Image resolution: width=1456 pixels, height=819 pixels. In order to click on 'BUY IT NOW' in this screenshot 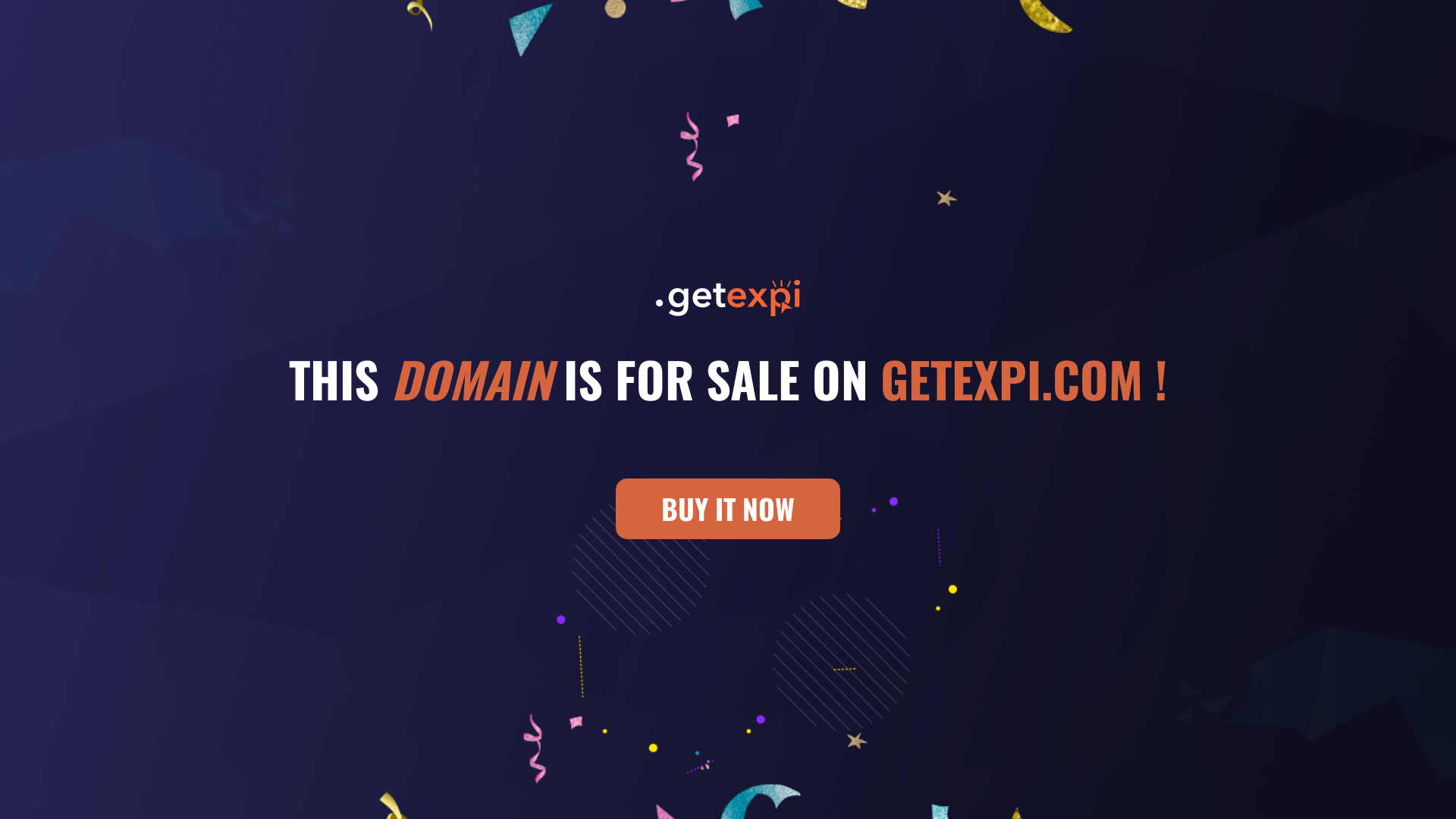, I will do `click(728, 514)`.